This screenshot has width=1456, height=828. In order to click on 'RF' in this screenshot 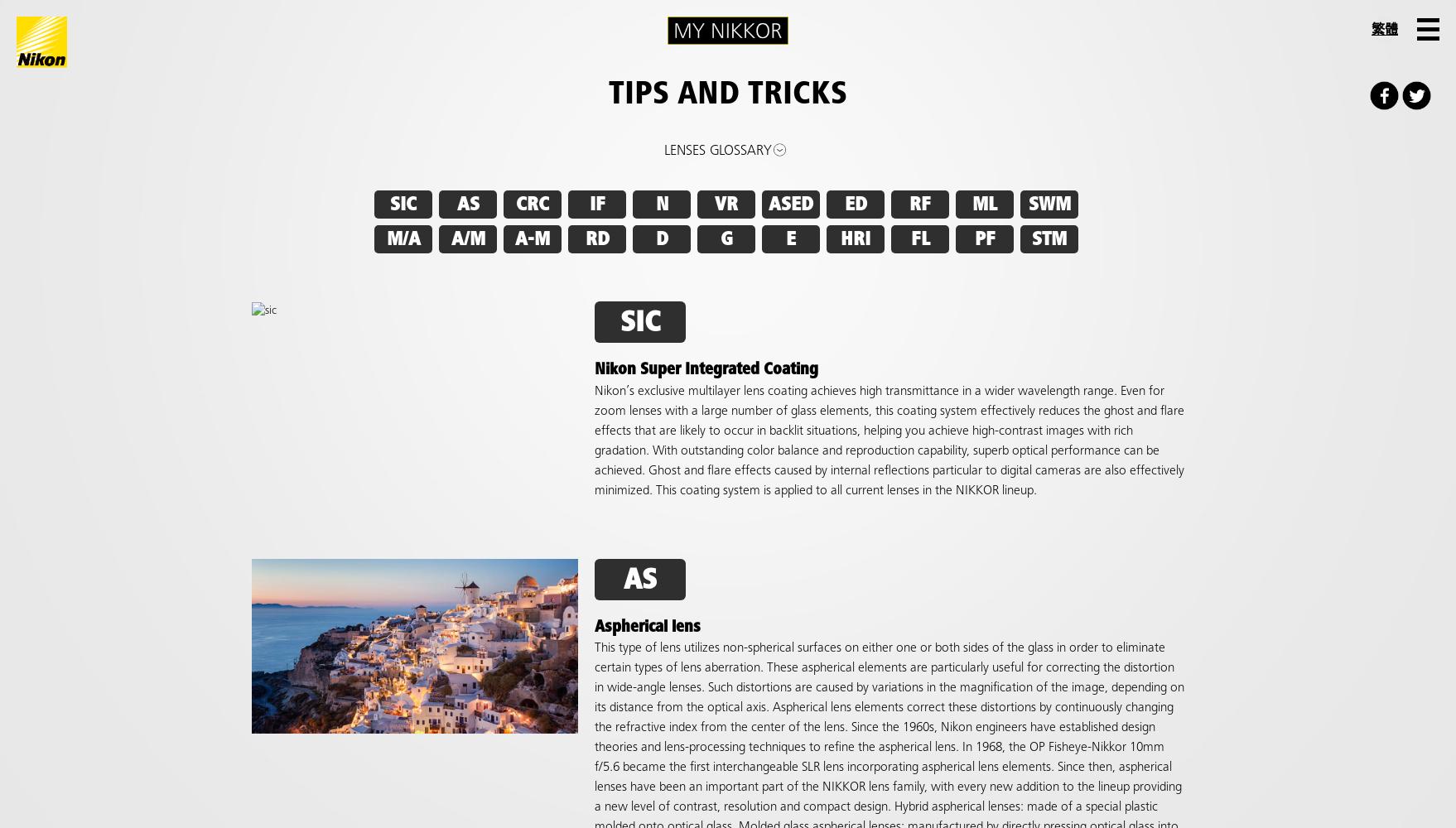, I will do `click(919, 204)`.